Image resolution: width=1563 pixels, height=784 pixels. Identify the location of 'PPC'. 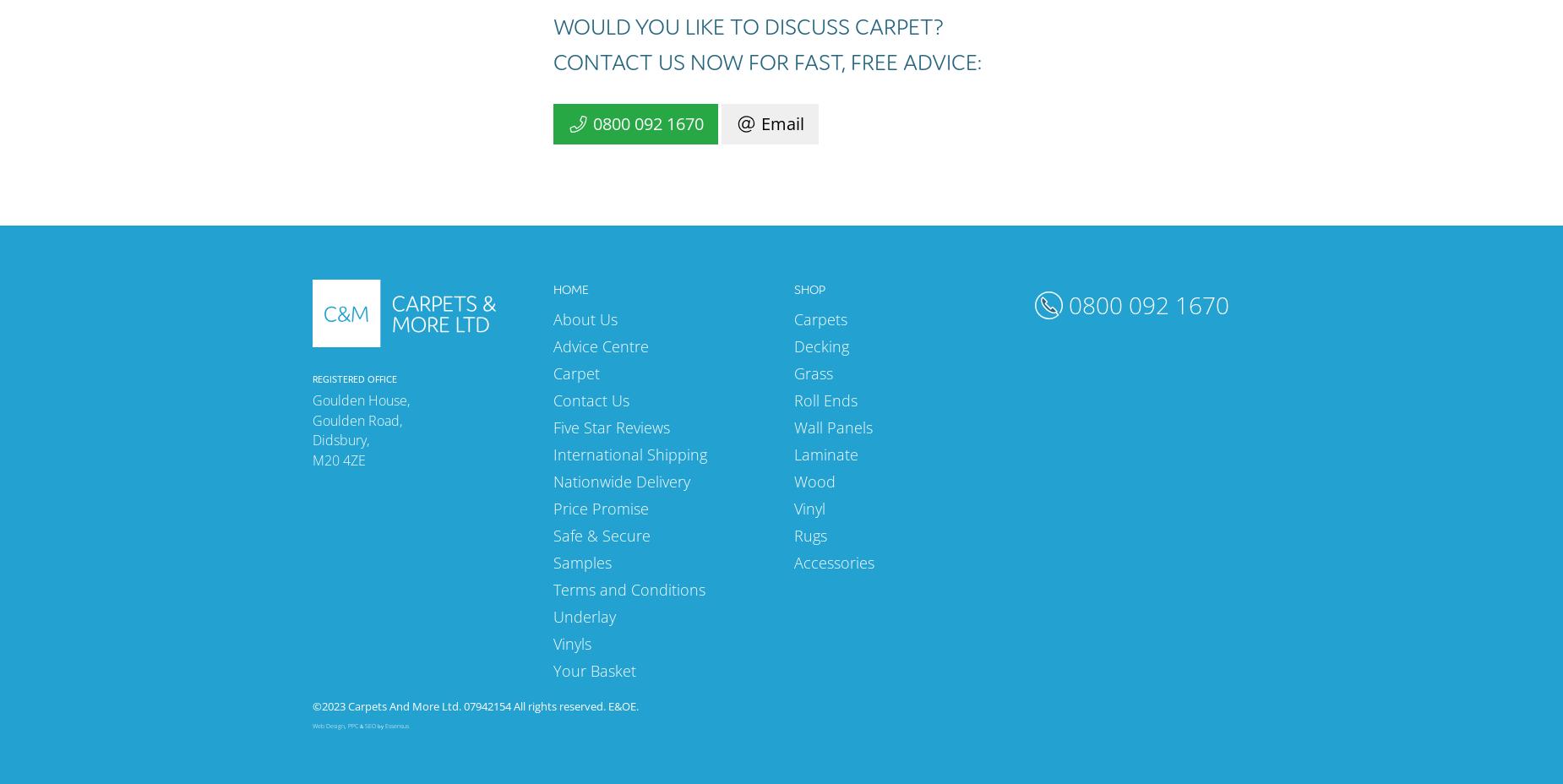
(346, 725).